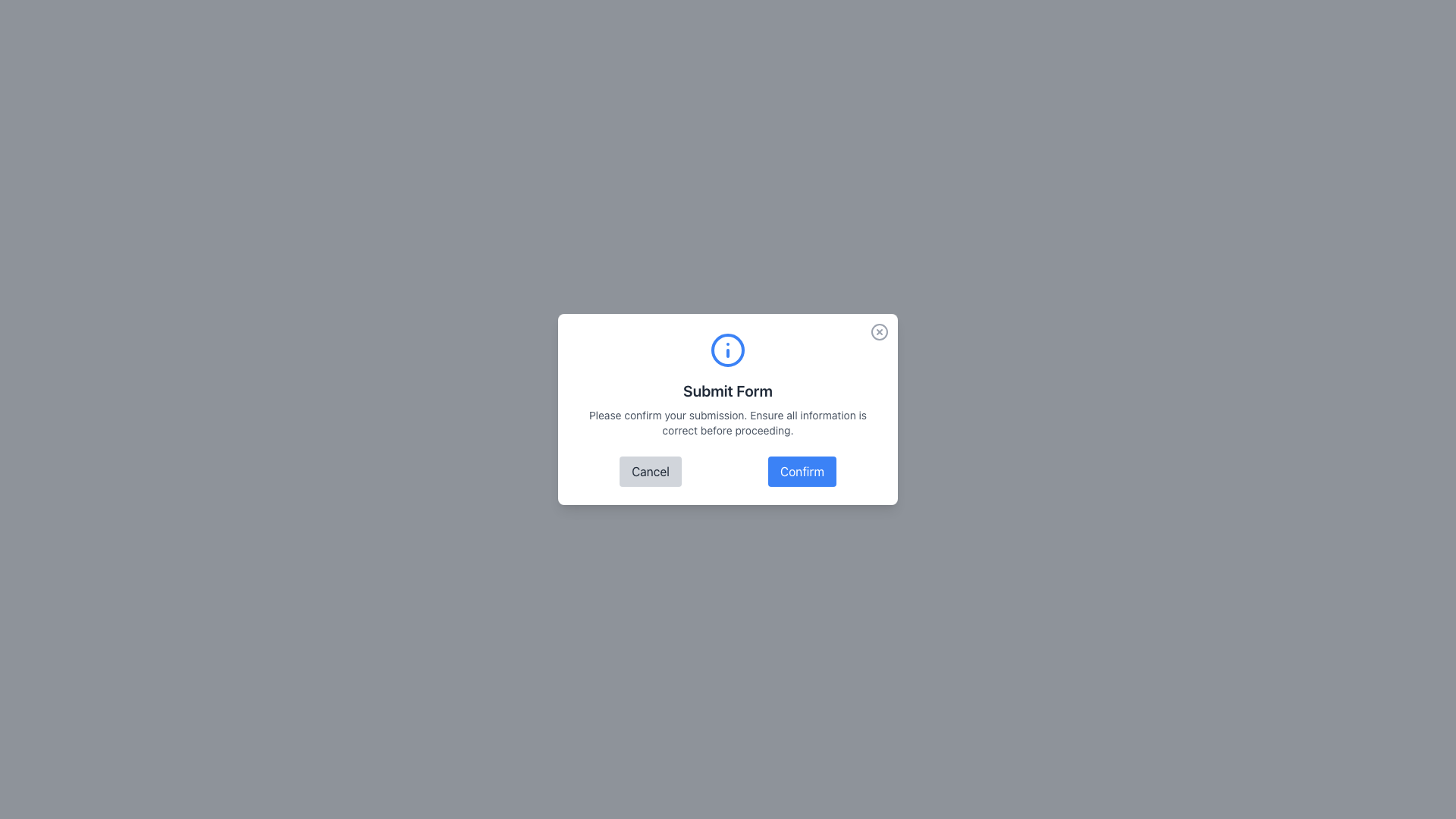 This screenshot has height=819, width=1456. I want to click on the Informational Text Block located within the modal dialog box, positioned beneath the close button and above the Cancel and Confirm buttons, so click(728, 384).